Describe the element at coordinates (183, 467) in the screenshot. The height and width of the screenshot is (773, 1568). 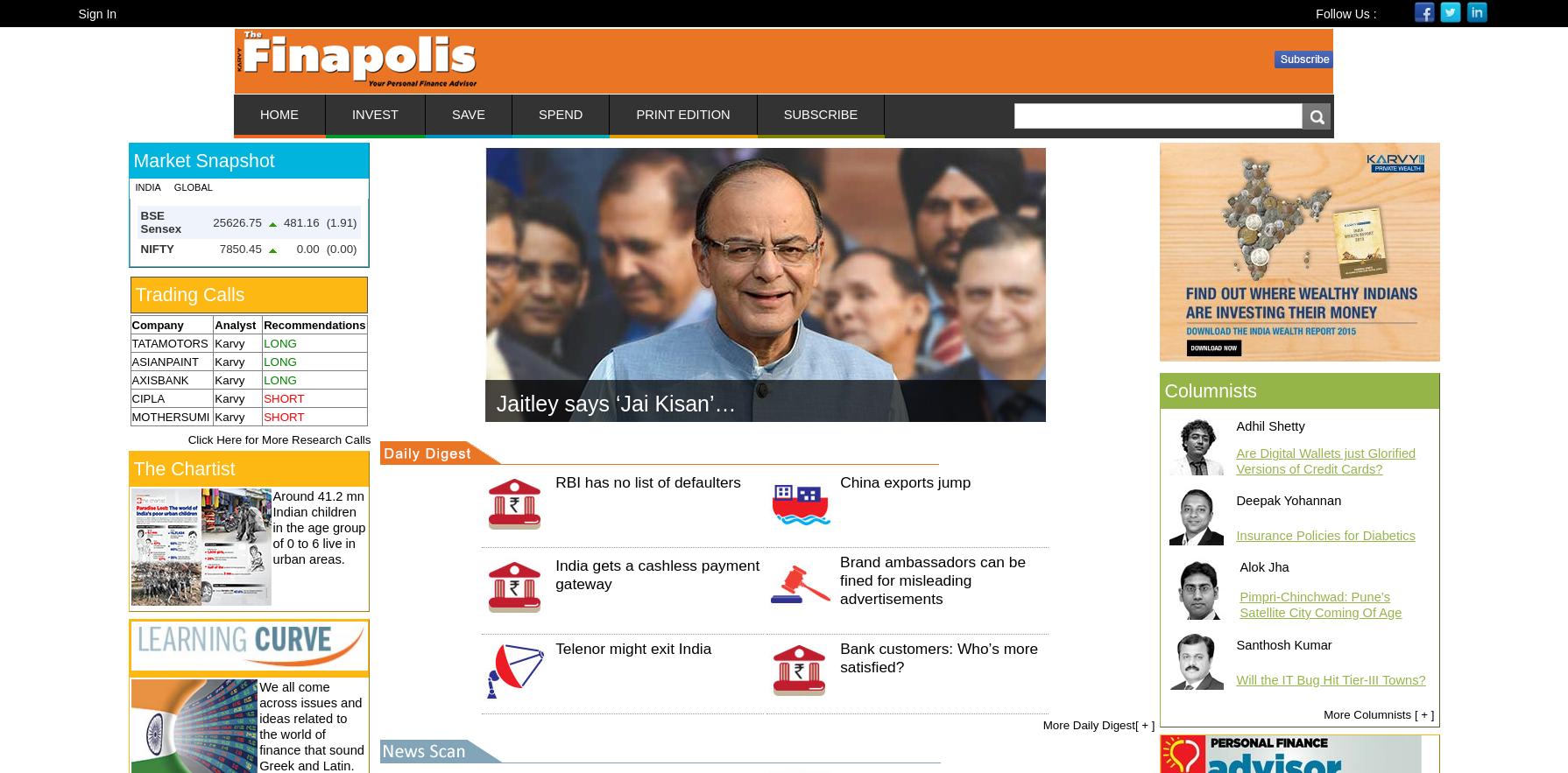
I see `'The Chartist'` at that location.